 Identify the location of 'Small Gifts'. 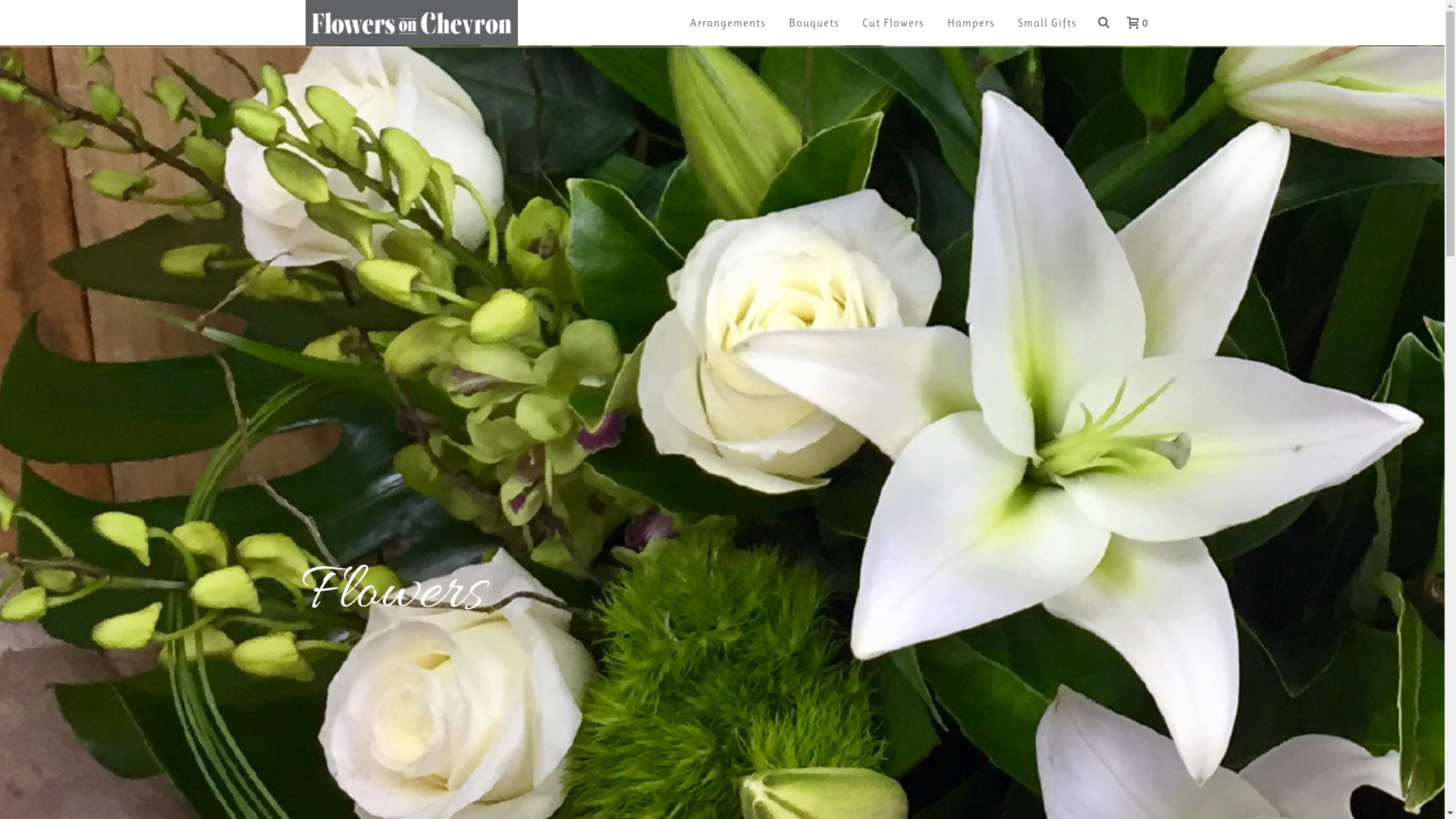
(1046, 23).